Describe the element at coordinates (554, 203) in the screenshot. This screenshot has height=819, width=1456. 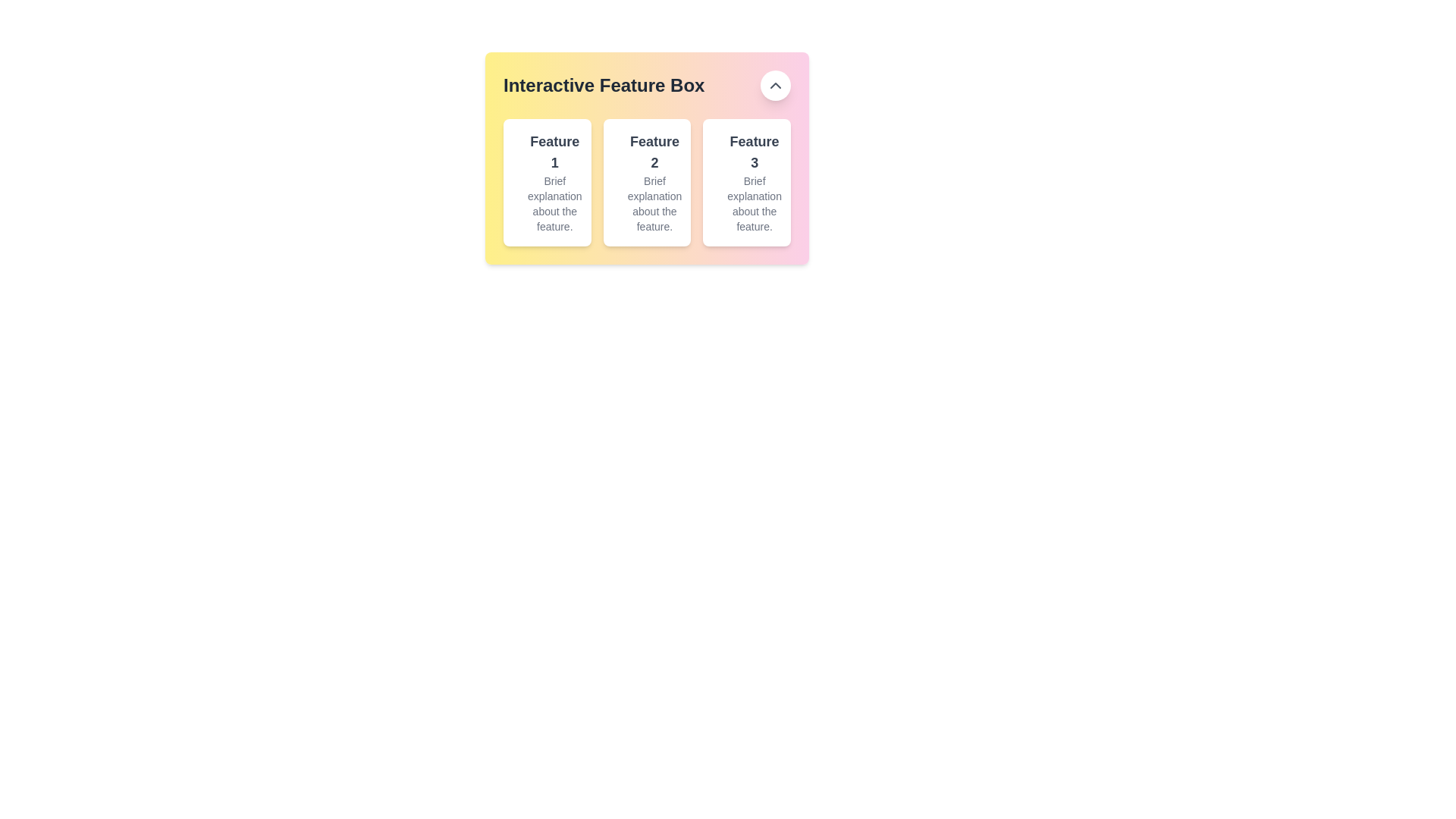
I see `description text located beneath the heading 'Feature 1' within the first rectangular card` at that location.